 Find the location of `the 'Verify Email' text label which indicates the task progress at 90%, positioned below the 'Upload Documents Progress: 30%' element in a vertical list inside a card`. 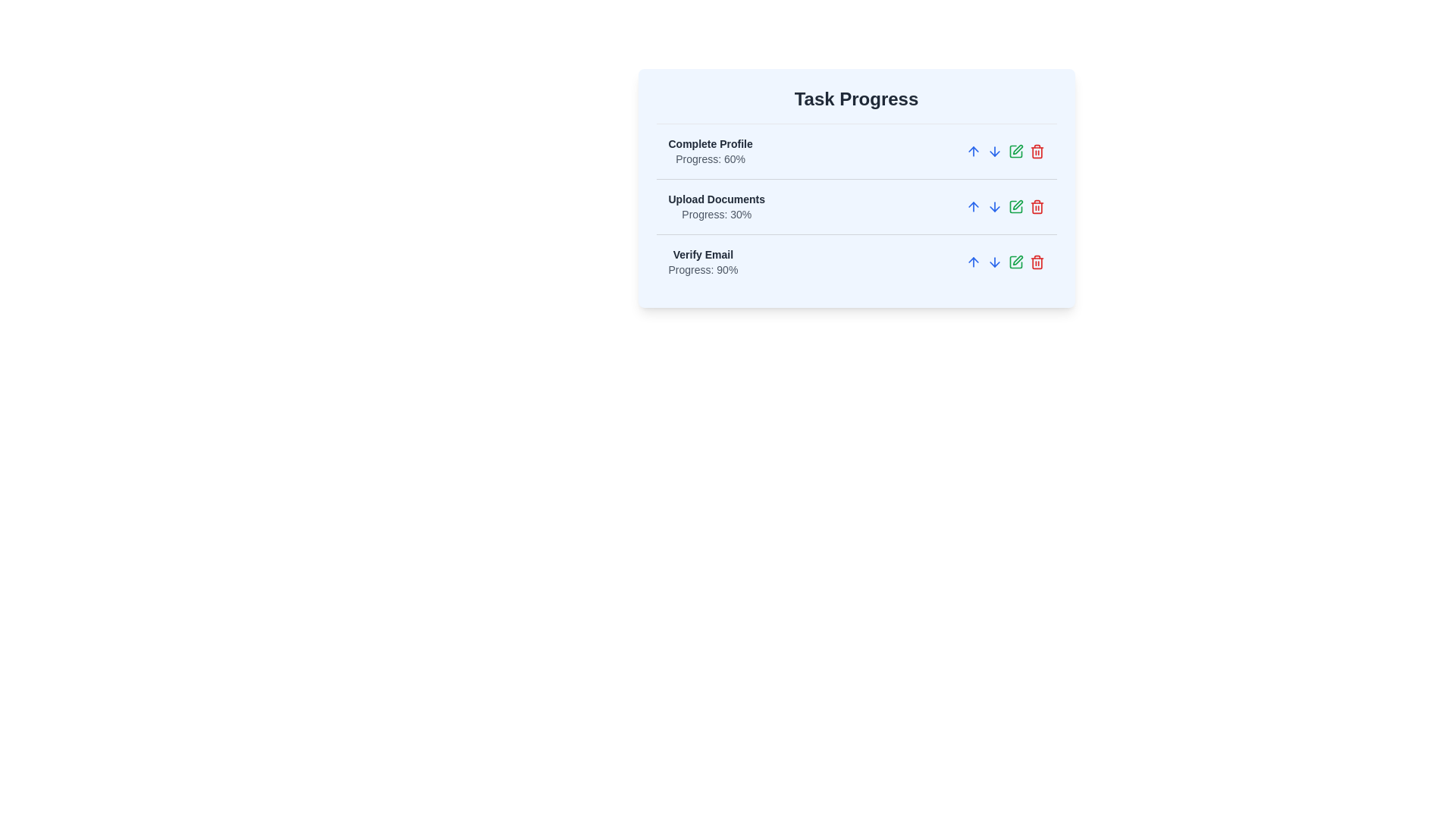

the 'Verify Email' text label which indicates the task progress at 90%, positioned below the 'Upload Documents Progress: 30%' element in a vertical list inside a card is located at coordinates (702, 262).